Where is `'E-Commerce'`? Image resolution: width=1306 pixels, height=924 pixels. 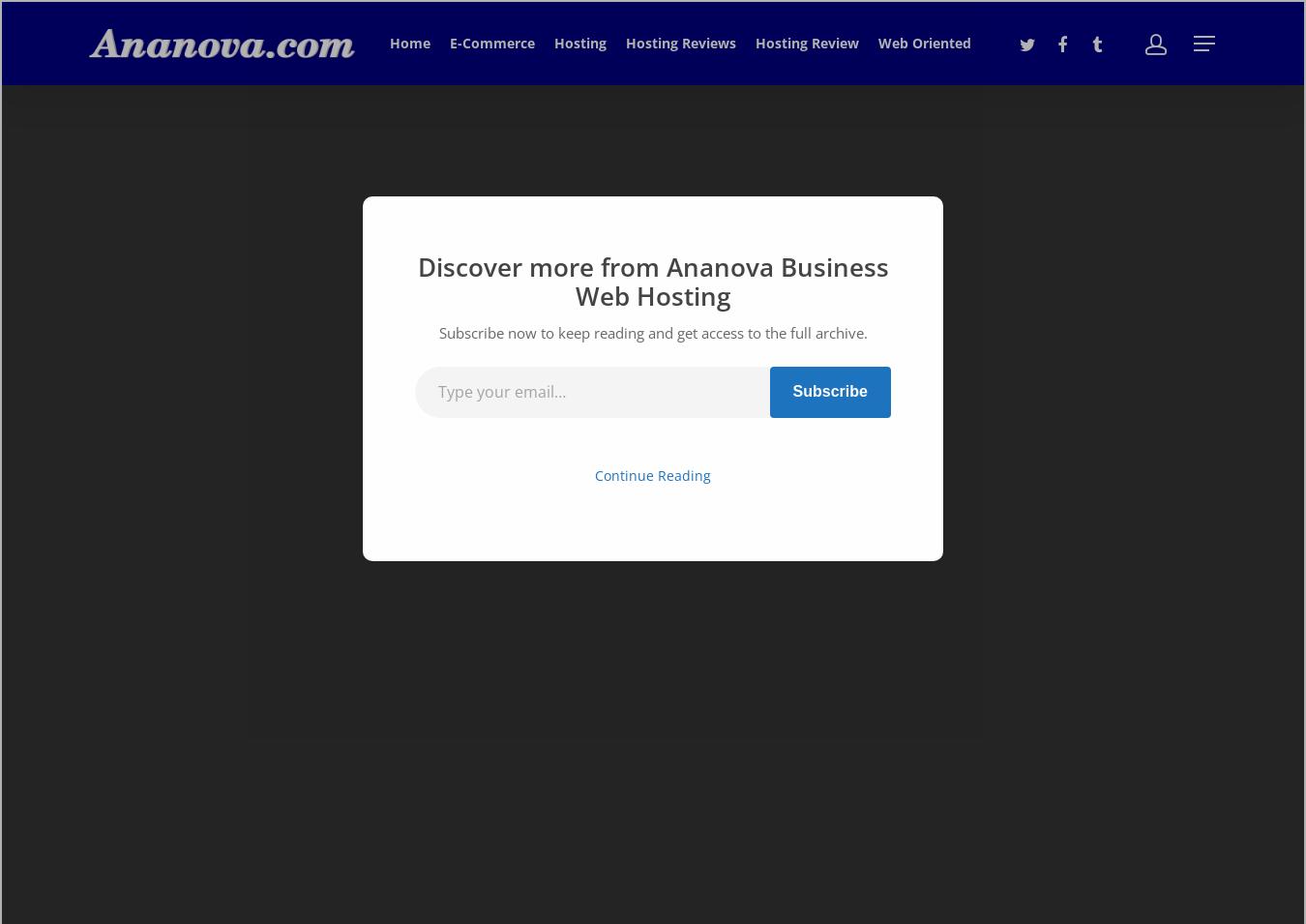 'E-Commerce' is located at coordinates (490, 42).